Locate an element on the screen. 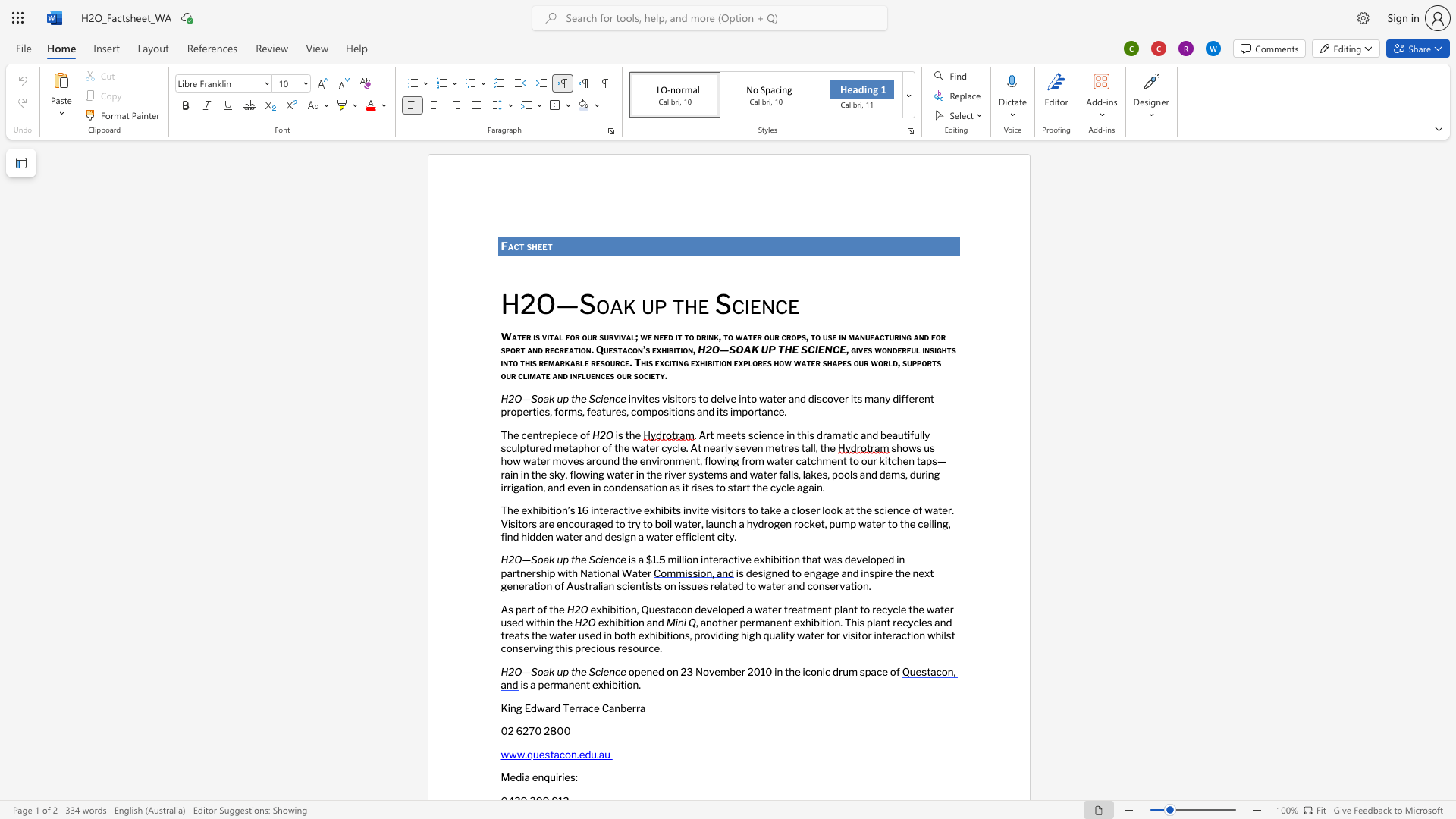  the 2th character "v" in the text is located at coordinates (693, 510).